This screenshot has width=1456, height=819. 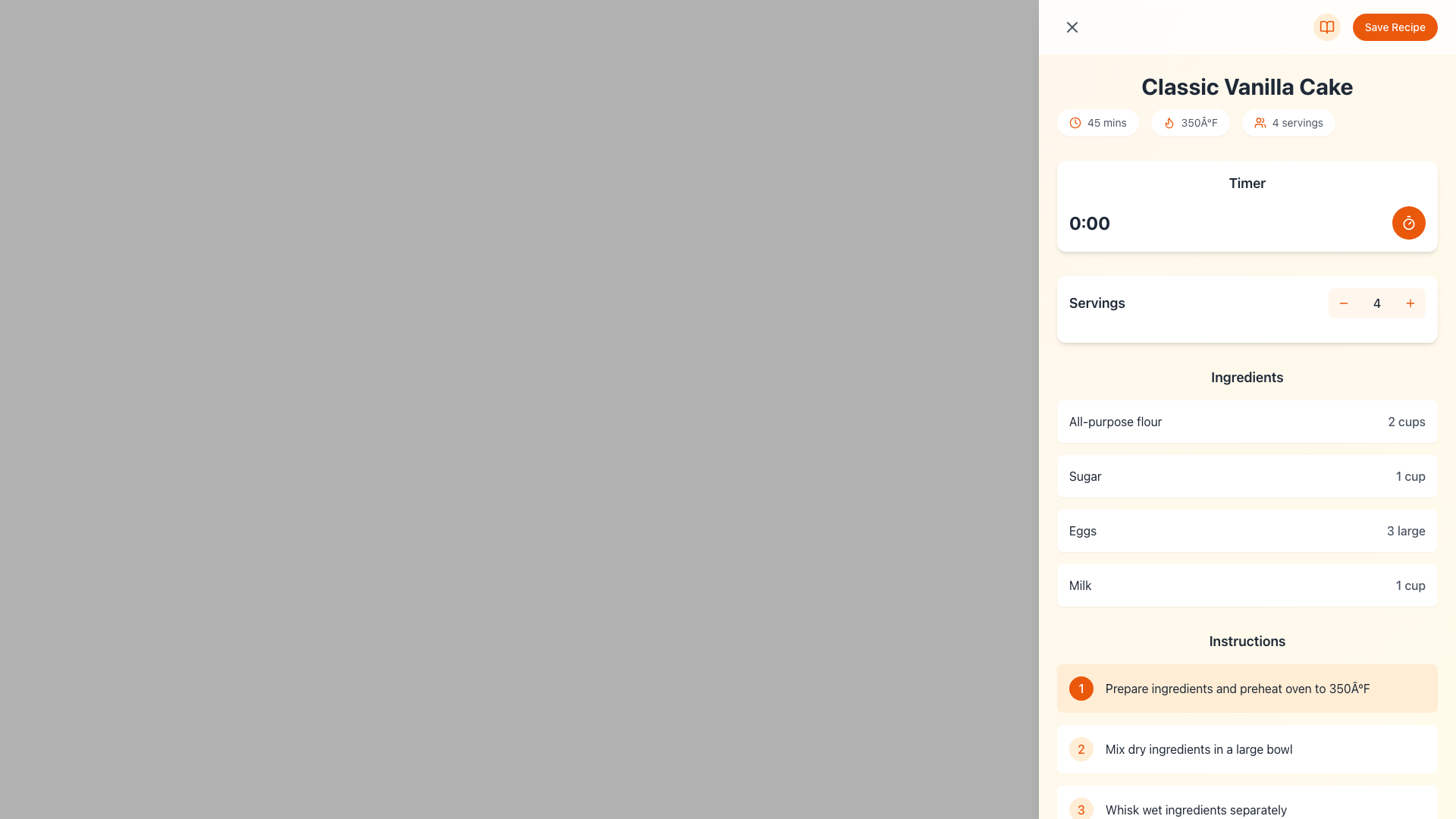 I want to click on text content of the middle informational pill in the structured row under the title 'Classic Vanilla Cake', so click(x=1247, y=122).